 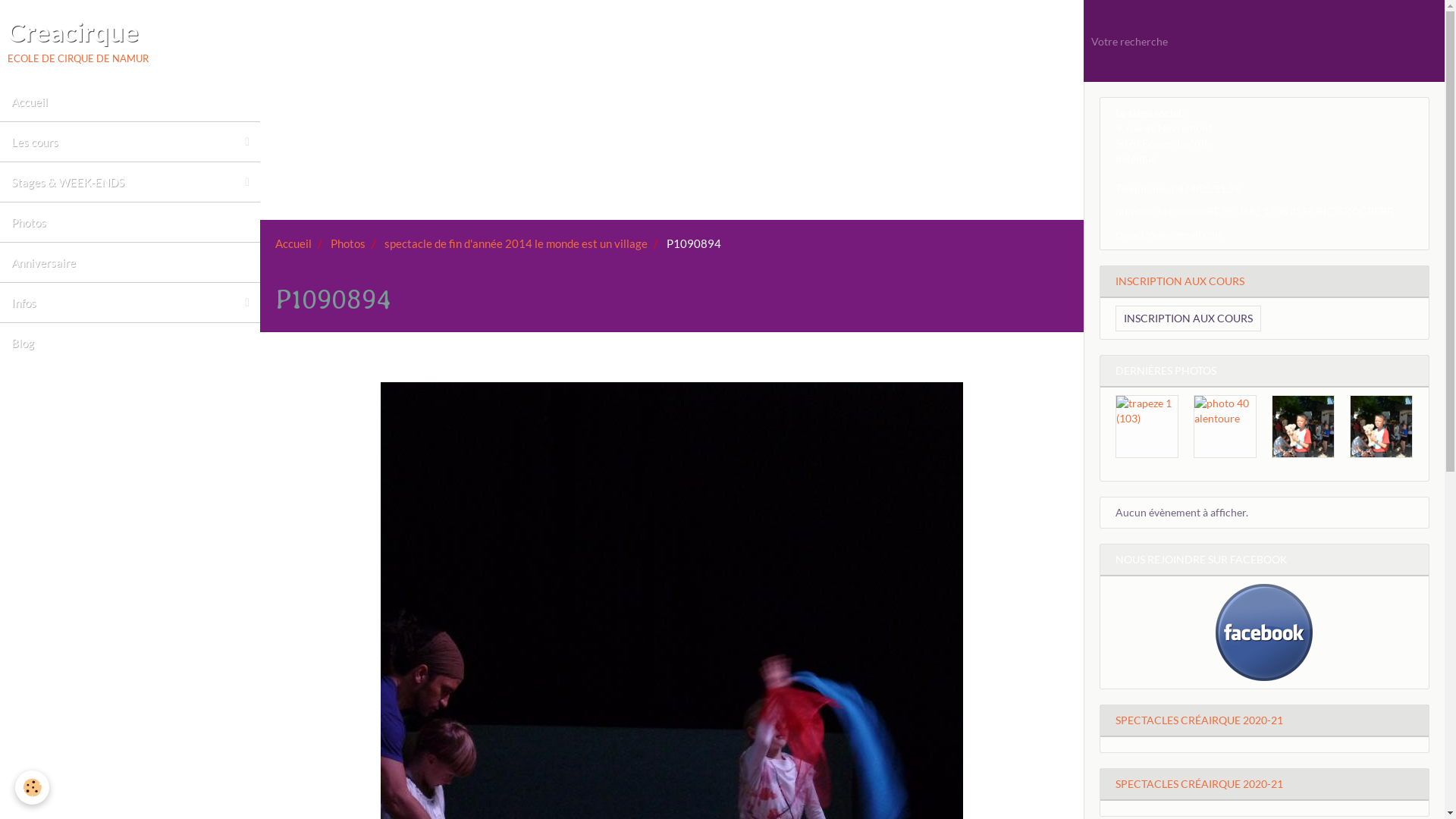 I want to click on 'INSCRIPTION AUX COURS', so click(x=1187, y=318).